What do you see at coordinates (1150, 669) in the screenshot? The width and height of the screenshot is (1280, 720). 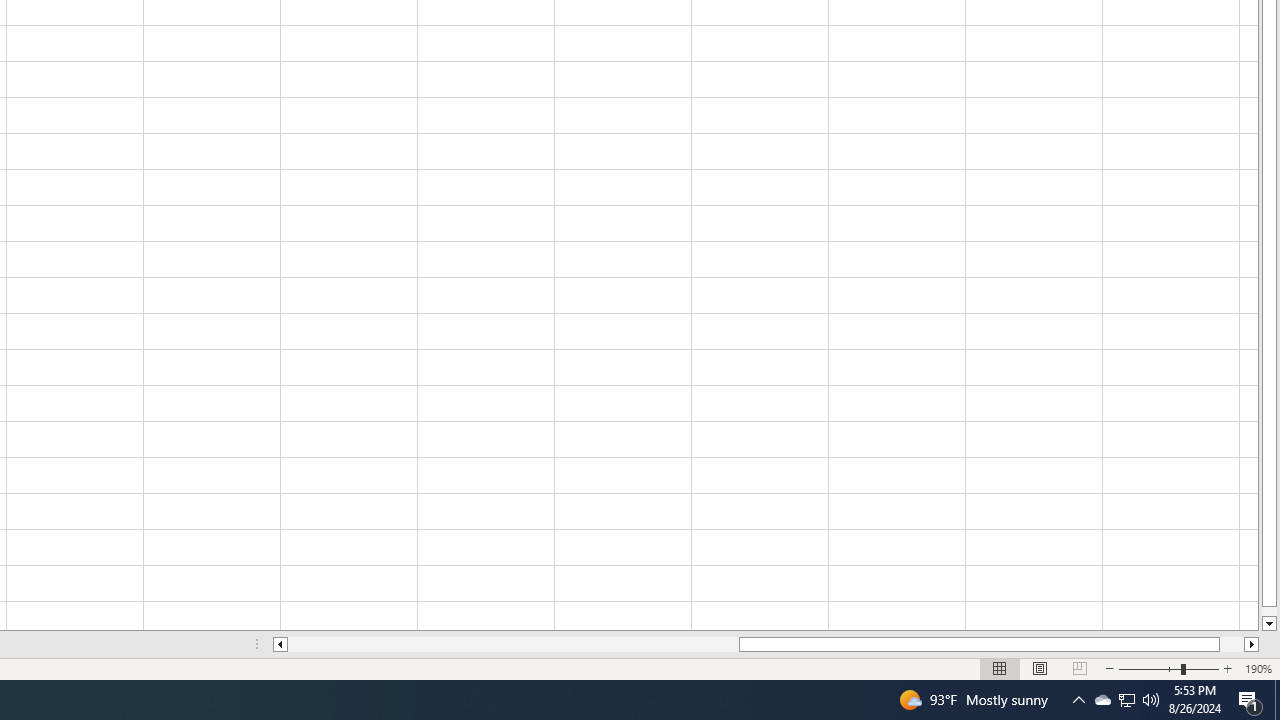 I see `'Zoom Out'` at bounding box center [1150, 669].